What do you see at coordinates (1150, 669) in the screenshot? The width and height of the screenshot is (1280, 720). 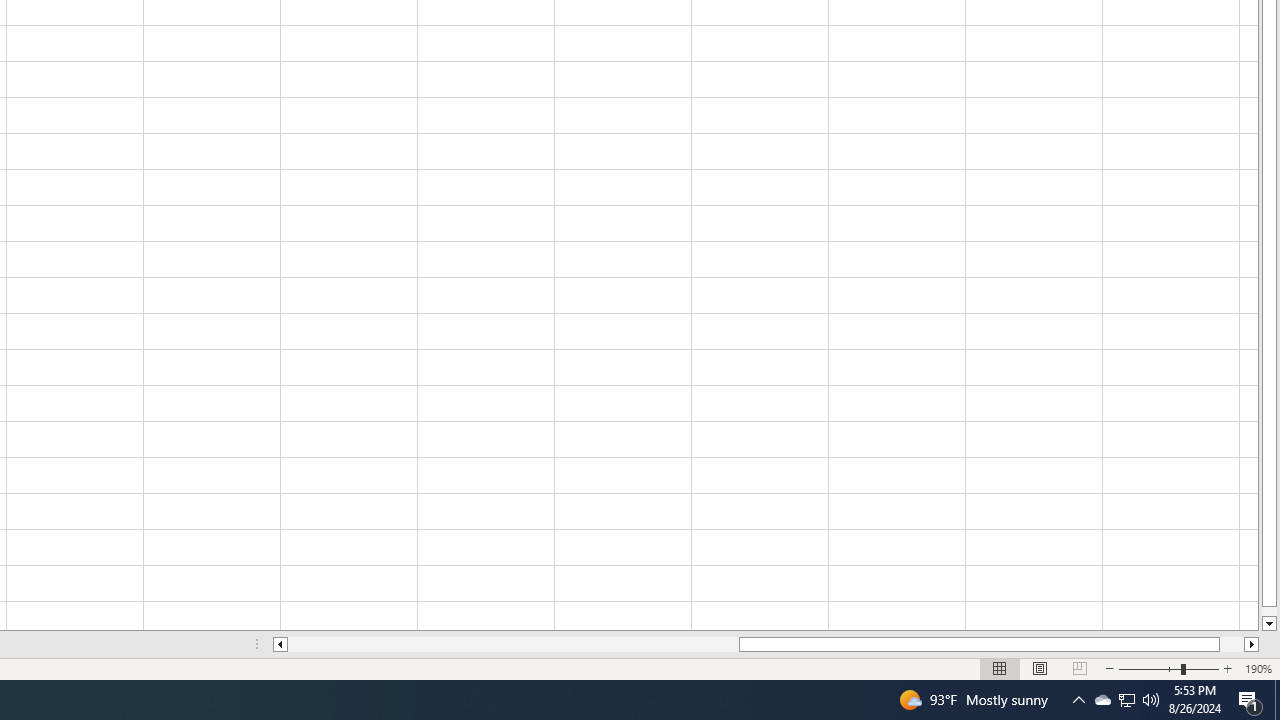 I see `'Zoom Out'` at bounding box center [1150, 669].